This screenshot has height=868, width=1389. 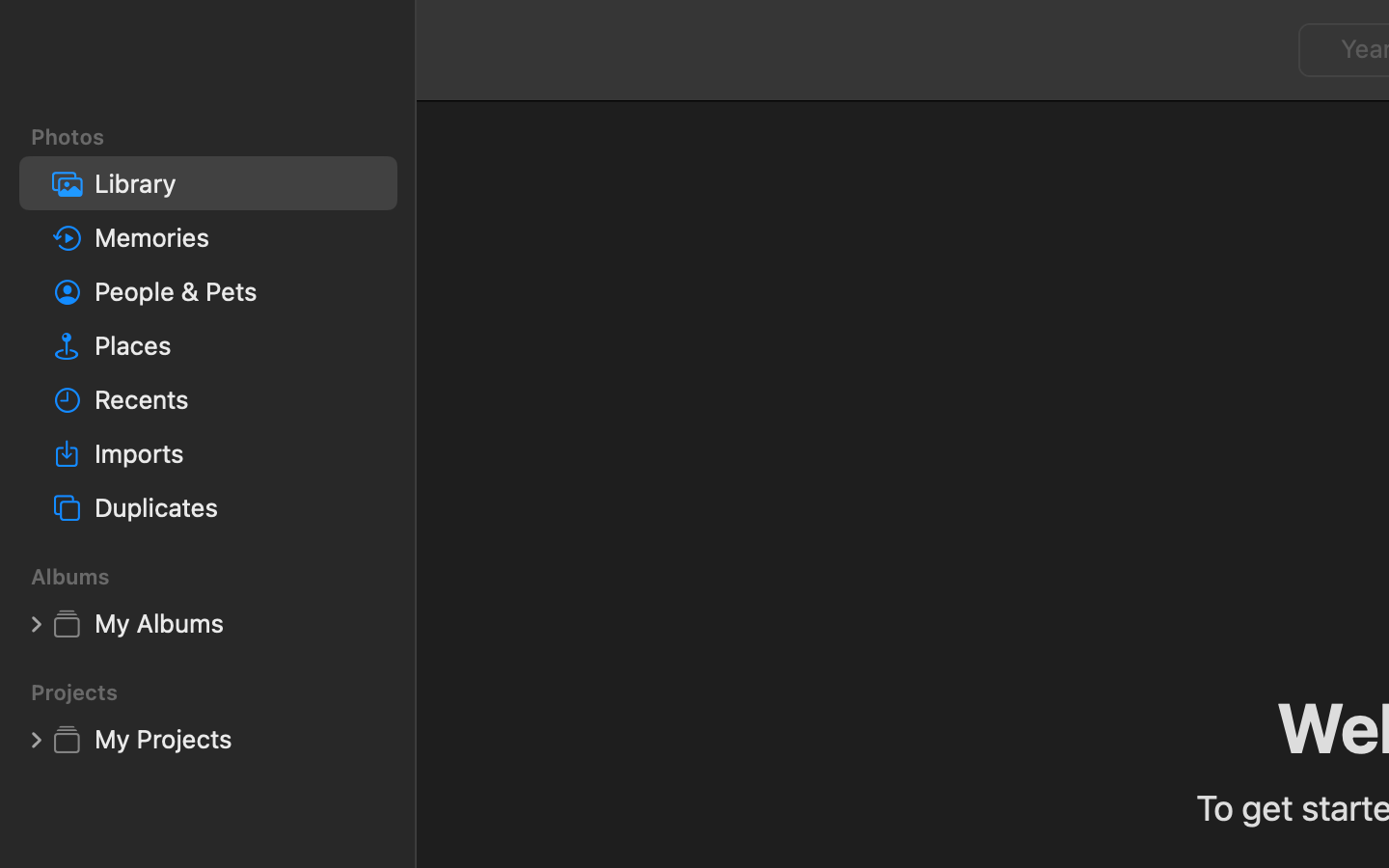 What do you see at coordinates (236, 235) in the screenshot?
I see `'Memories'` at bounding box center [236, 235].